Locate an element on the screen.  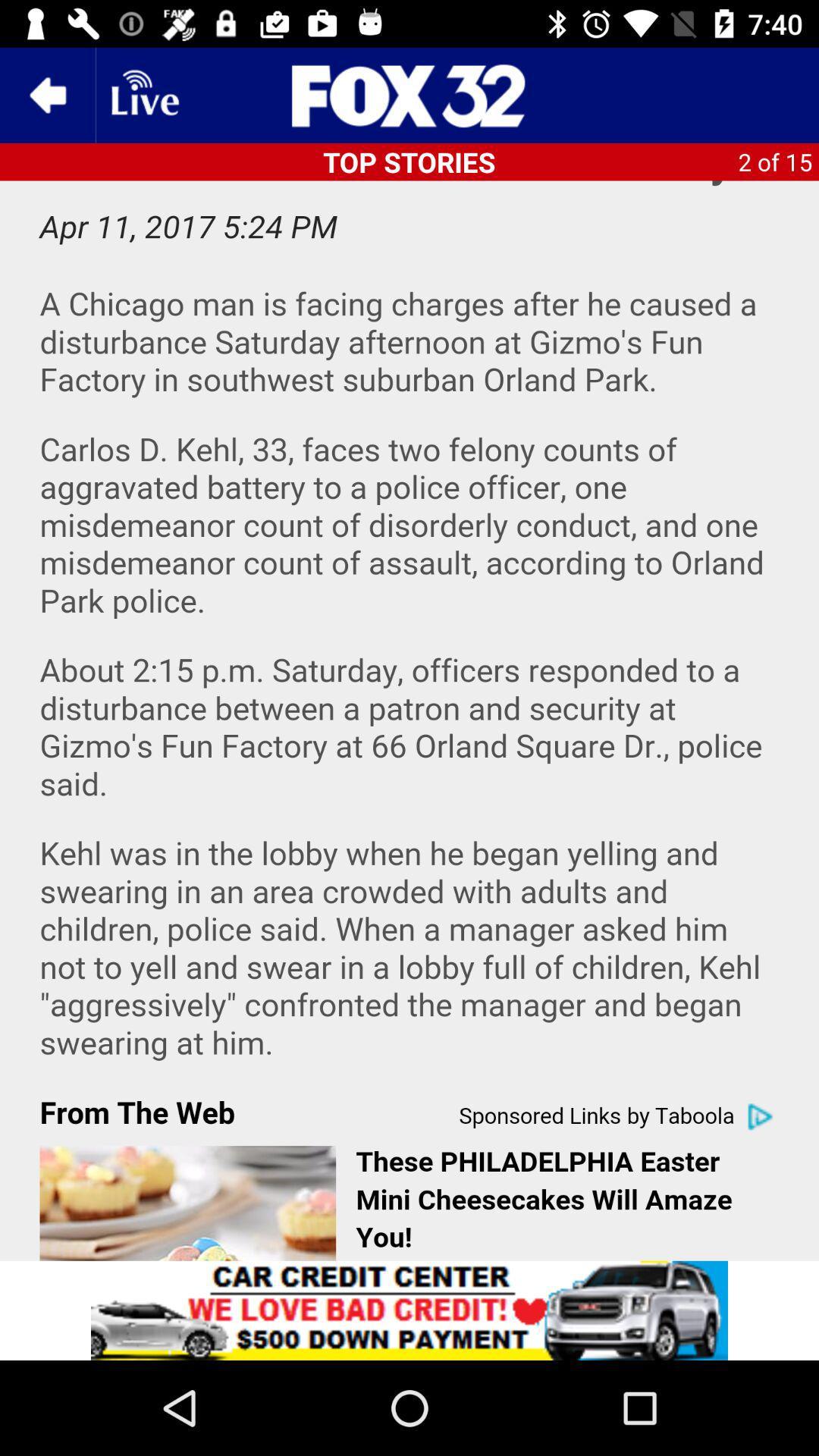
advertisement is located at coordinates (409, 94).